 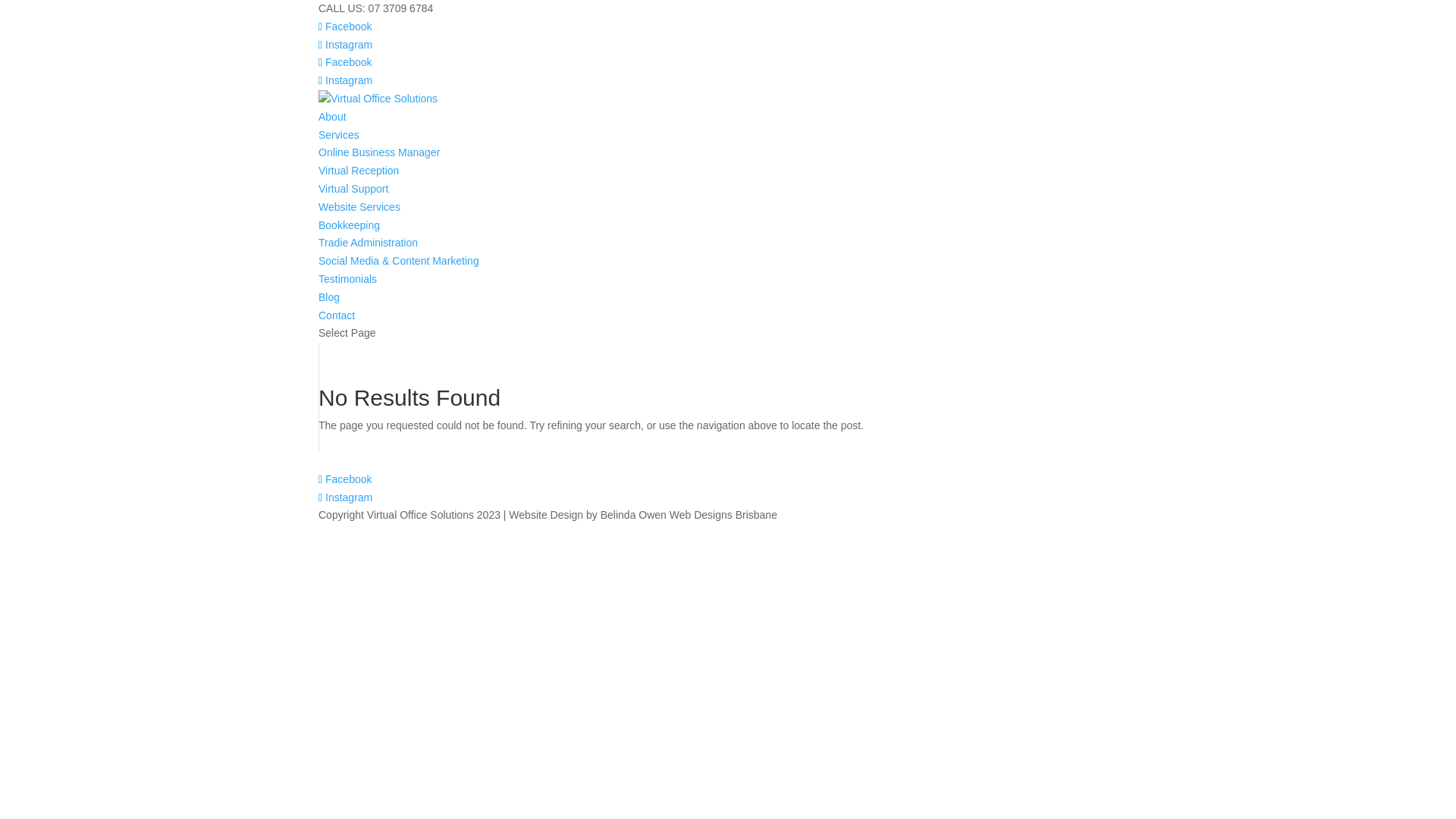 What do you see at coordinates (399, 259) in the screenshot?
I see `'Social Media & Content Marketing'` at bounding box center [399, 259].